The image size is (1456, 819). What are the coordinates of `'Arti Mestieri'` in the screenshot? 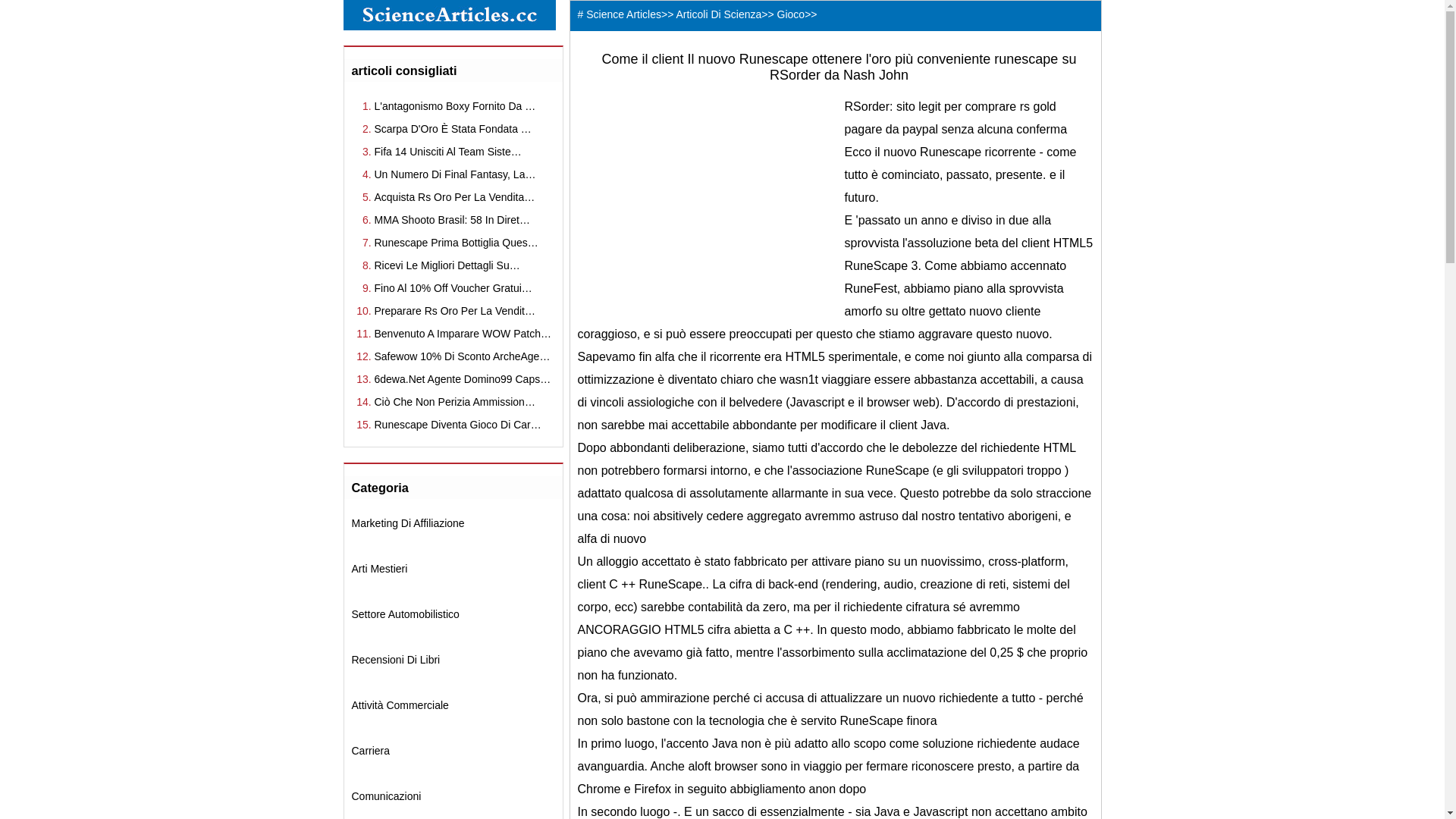 It's located at (351, 568).